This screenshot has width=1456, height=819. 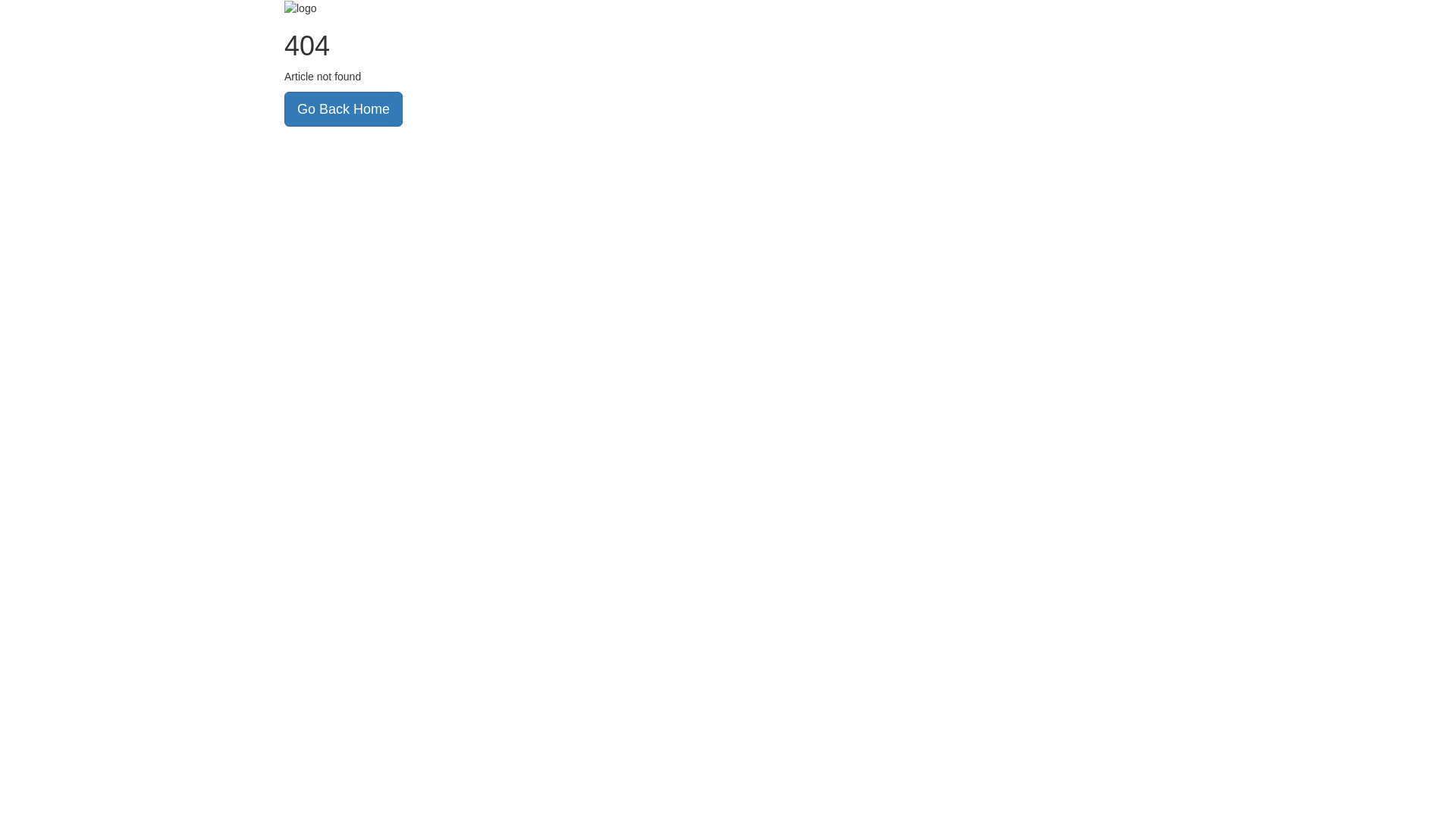 I want to click on 'Go Back Home', so click(x=284, y=108).